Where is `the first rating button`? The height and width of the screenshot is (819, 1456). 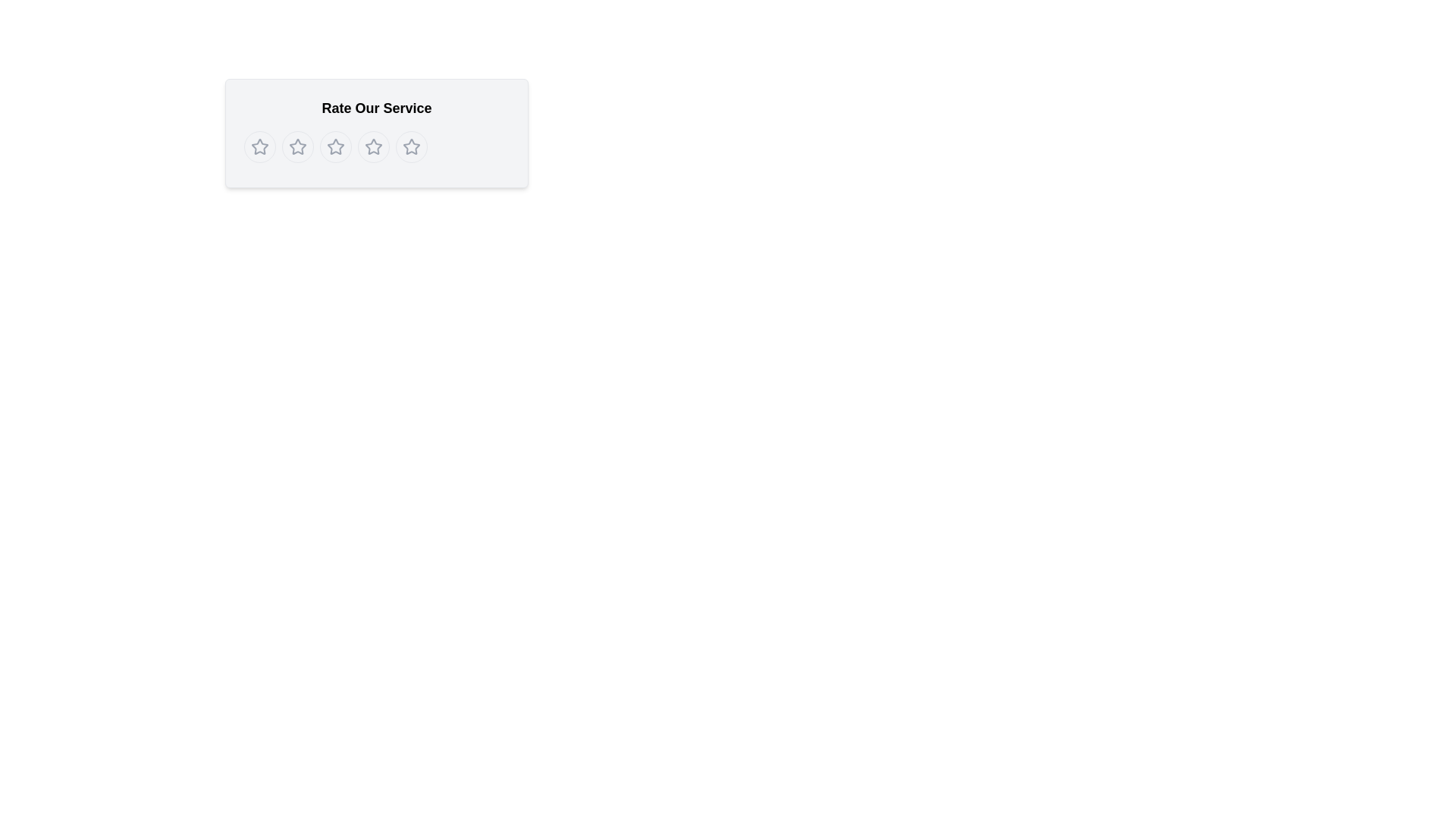 the first rating button is located at coordinates (259, 146).